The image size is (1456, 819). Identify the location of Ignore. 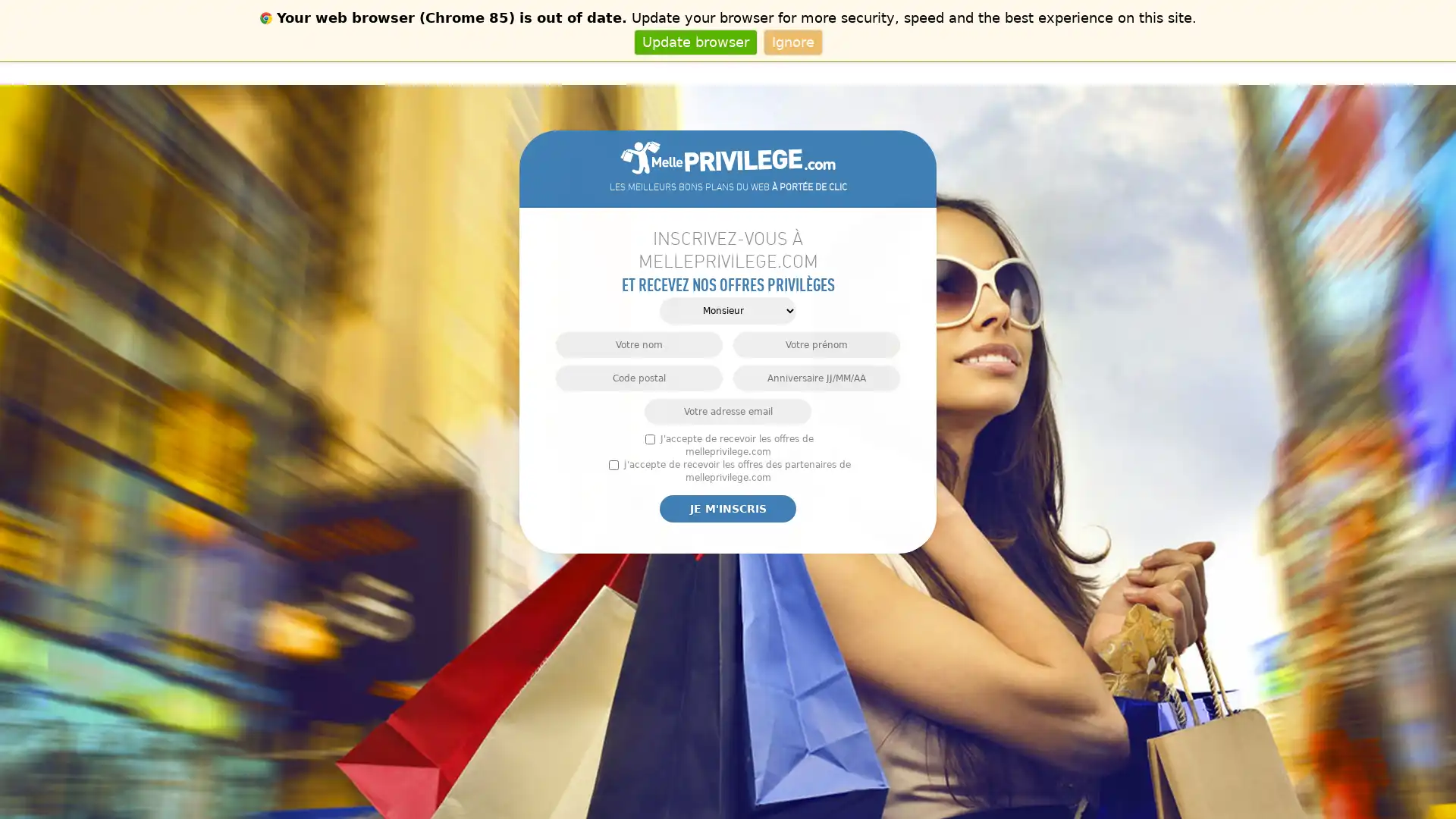
(792, 41).